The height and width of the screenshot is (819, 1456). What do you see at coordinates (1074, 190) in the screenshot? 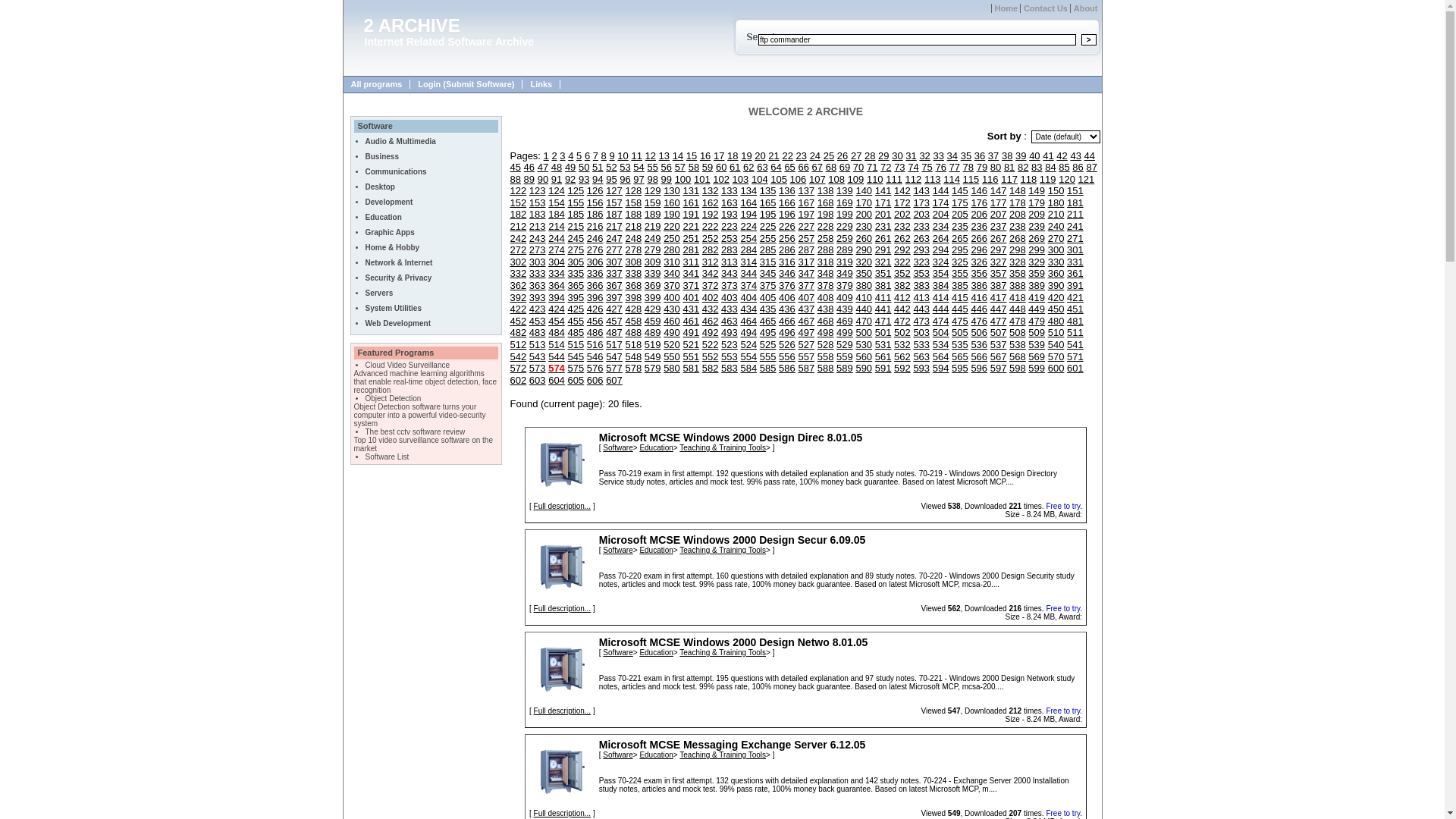
I see `'151'` at bounding box center [1074, 190].